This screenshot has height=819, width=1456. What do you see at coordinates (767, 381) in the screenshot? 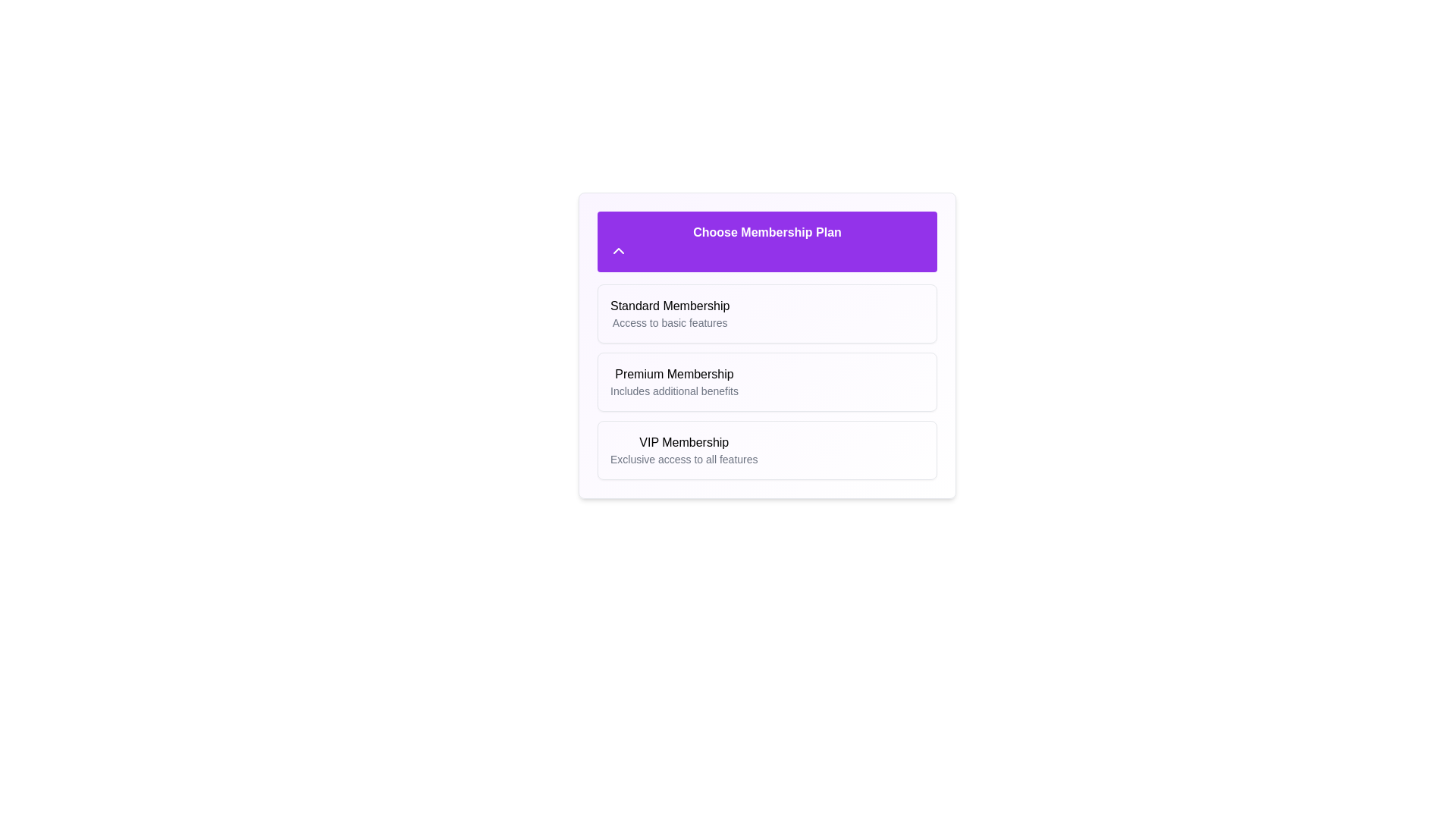
I see `the 'Premium Membership' selection card, which is the second card in the vertical list under the 'Choose Membership Plan' section` at bounding box center [767, 381].